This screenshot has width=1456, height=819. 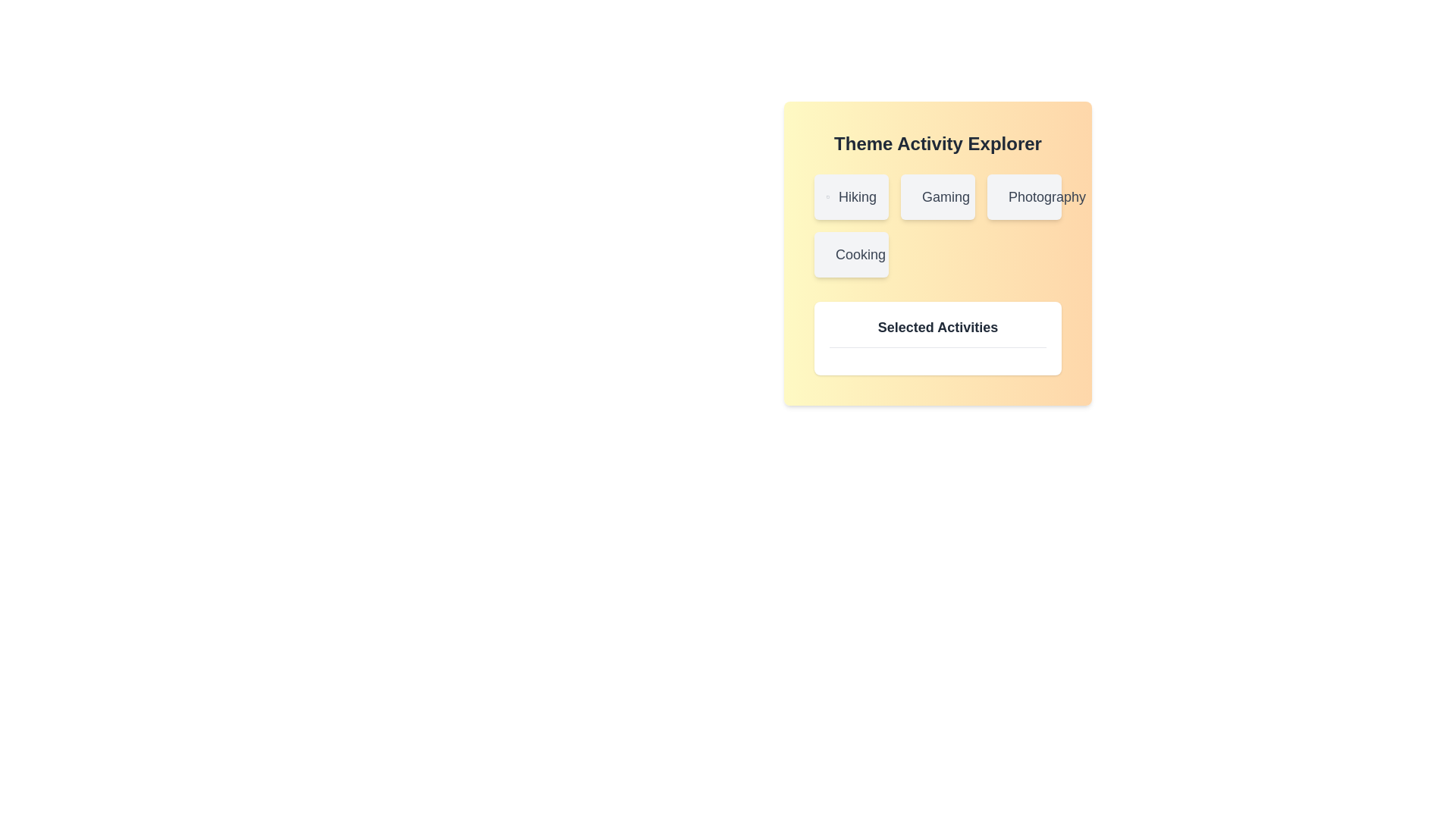 I want to click on the text label displaying 'Gaming' located in the center of a rectangular button on the top-right within the 'Theme Activity Explorer' grid, so click(x=945, y=196).